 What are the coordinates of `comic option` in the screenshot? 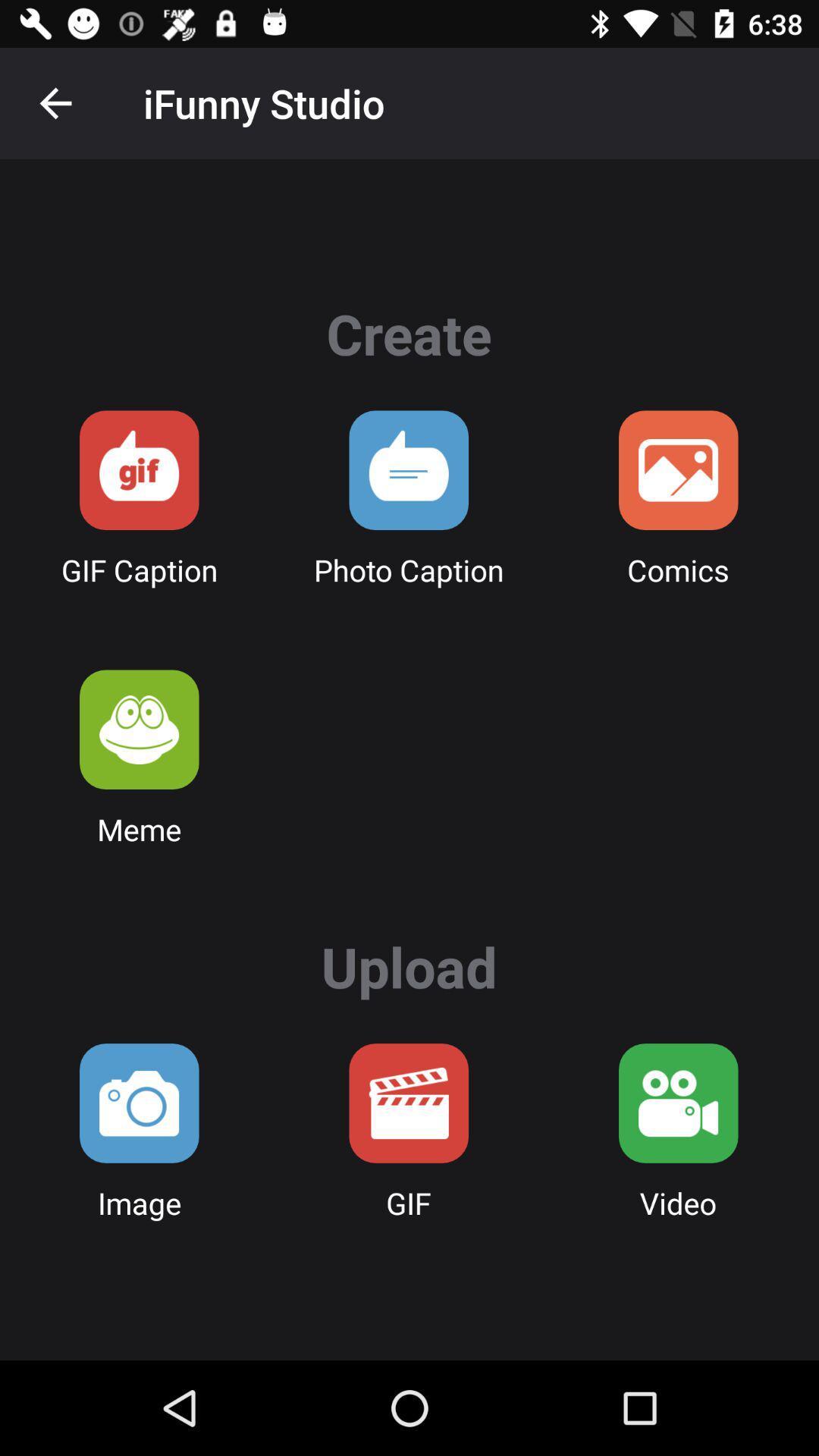 It's located at (677, 469).